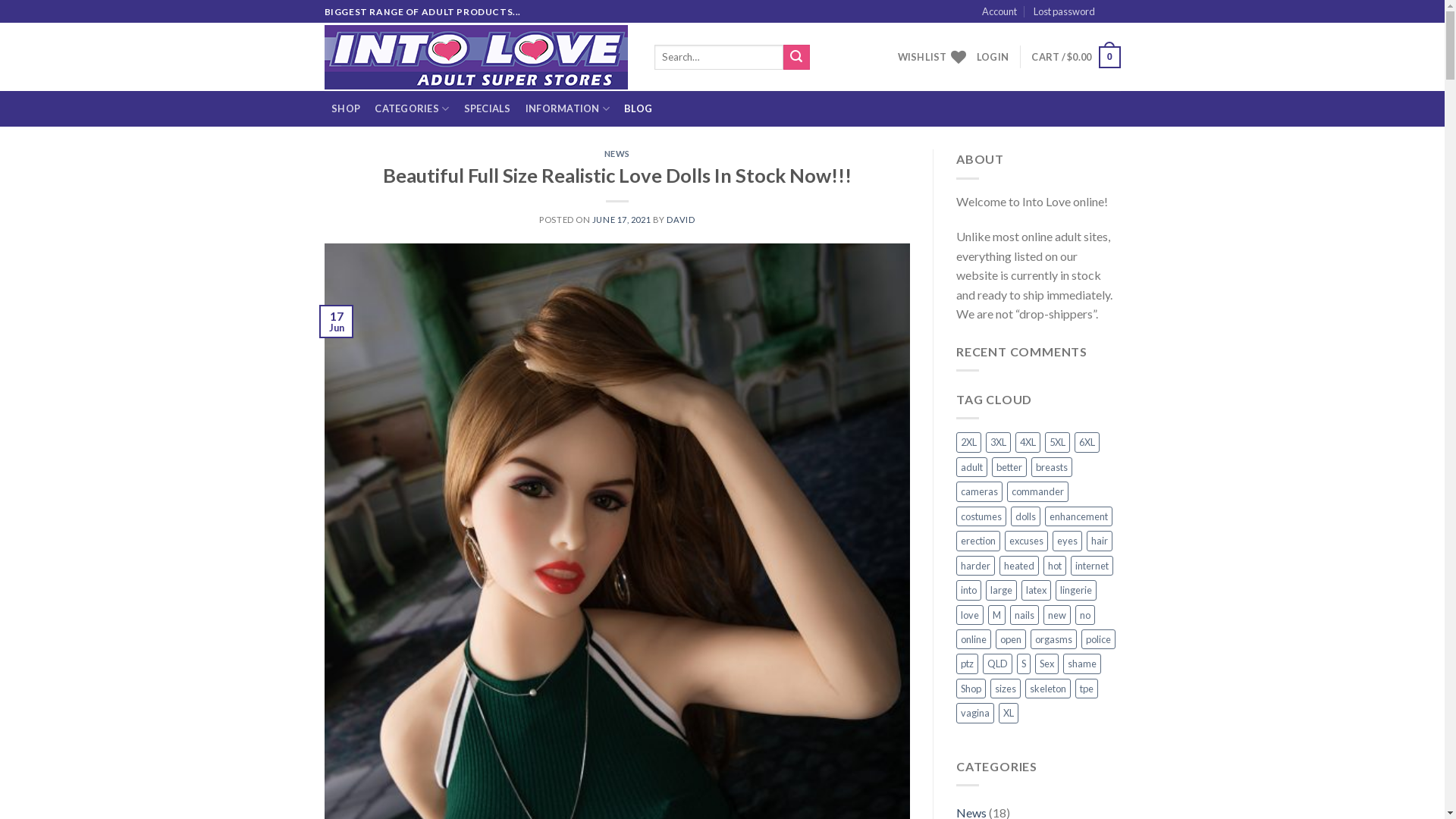 This screenshot has width=1456, height=819. What do you see at coordinates (1078, 516) in the screenshot?
I see `'enhancement'` at bounding box center [1078, 516].